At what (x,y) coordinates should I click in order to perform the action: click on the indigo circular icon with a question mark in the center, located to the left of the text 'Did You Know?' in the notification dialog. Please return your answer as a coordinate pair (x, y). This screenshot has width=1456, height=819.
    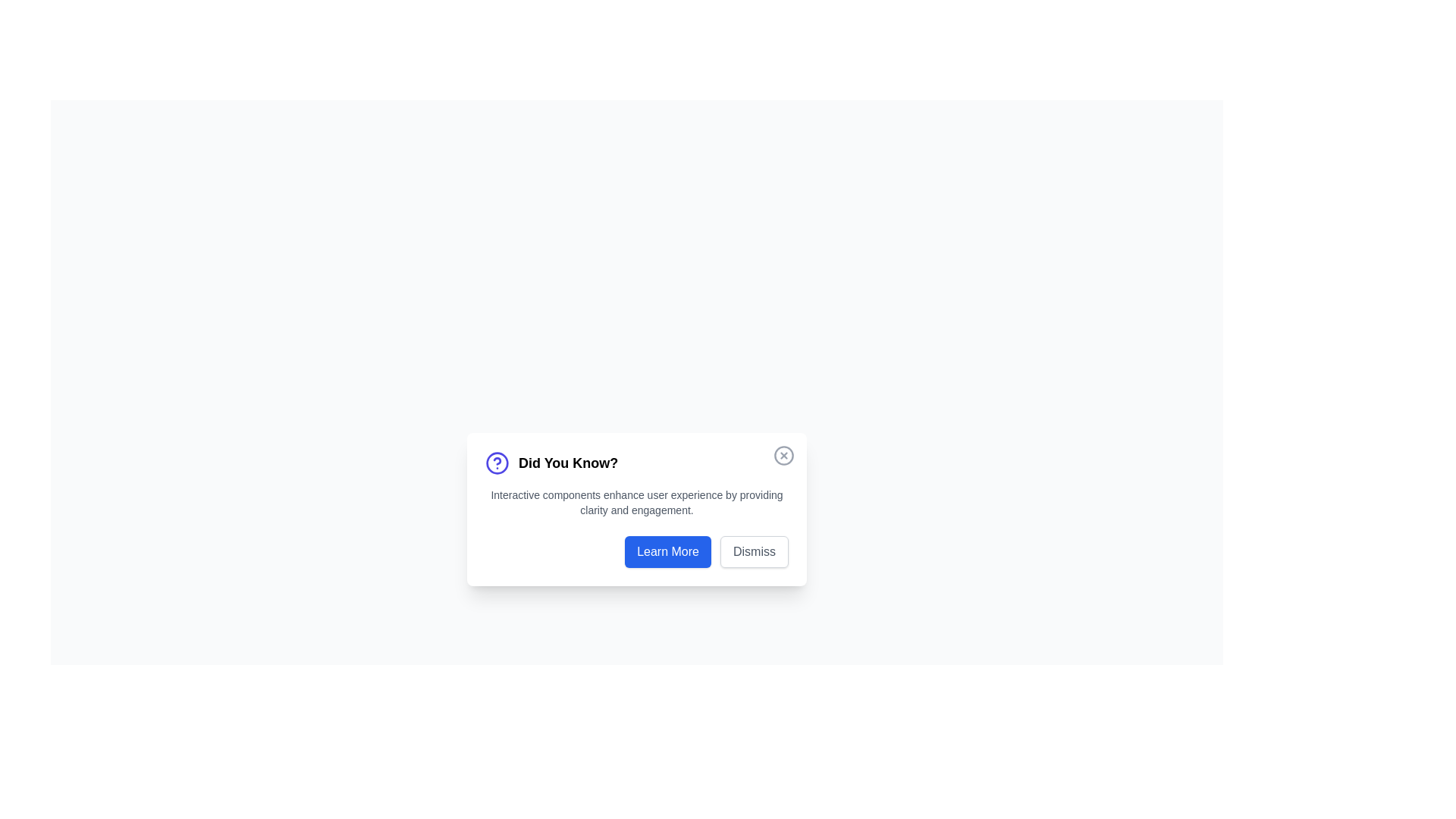
    Looking at the image, I should click on (497, 462).